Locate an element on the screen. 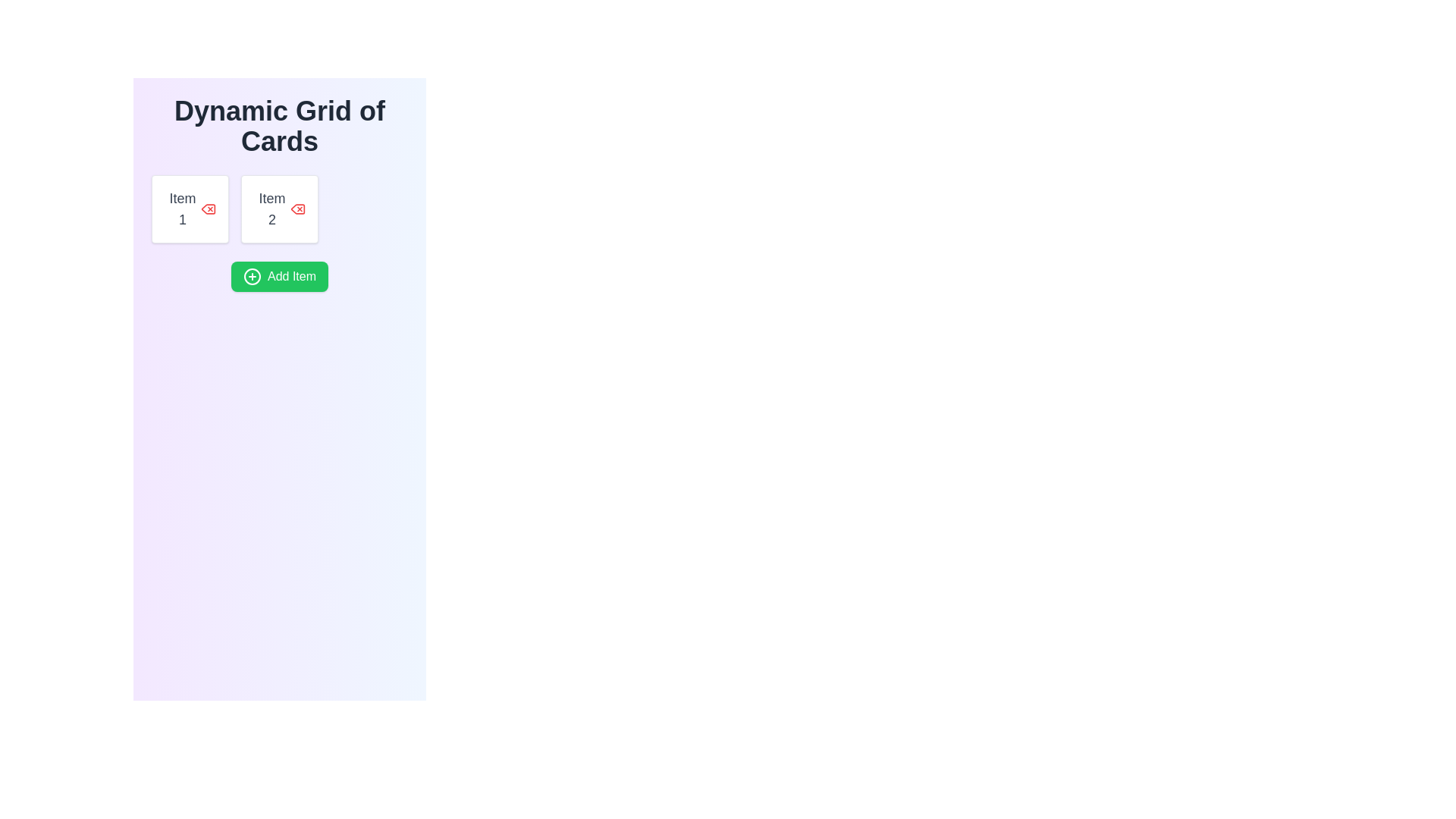 This screenshot has height=819, width=1456. the Delete Icon button located at the top-right corner of the card labeled 'Item 2' is located at coordinates (298, 209).